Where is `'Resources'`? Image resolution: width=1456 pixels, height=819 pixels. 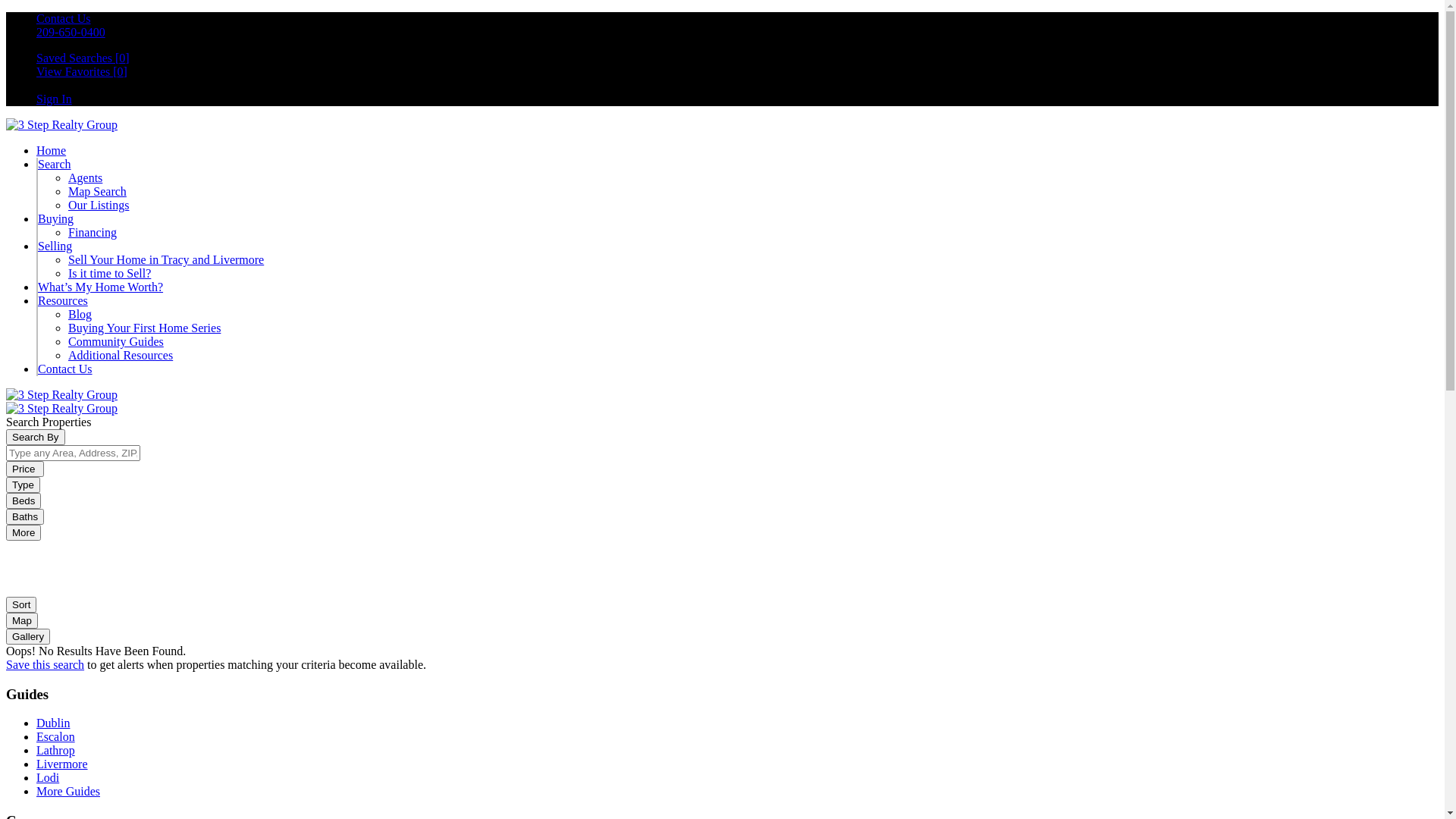 'Resources' is located at coordinates (61, 300).